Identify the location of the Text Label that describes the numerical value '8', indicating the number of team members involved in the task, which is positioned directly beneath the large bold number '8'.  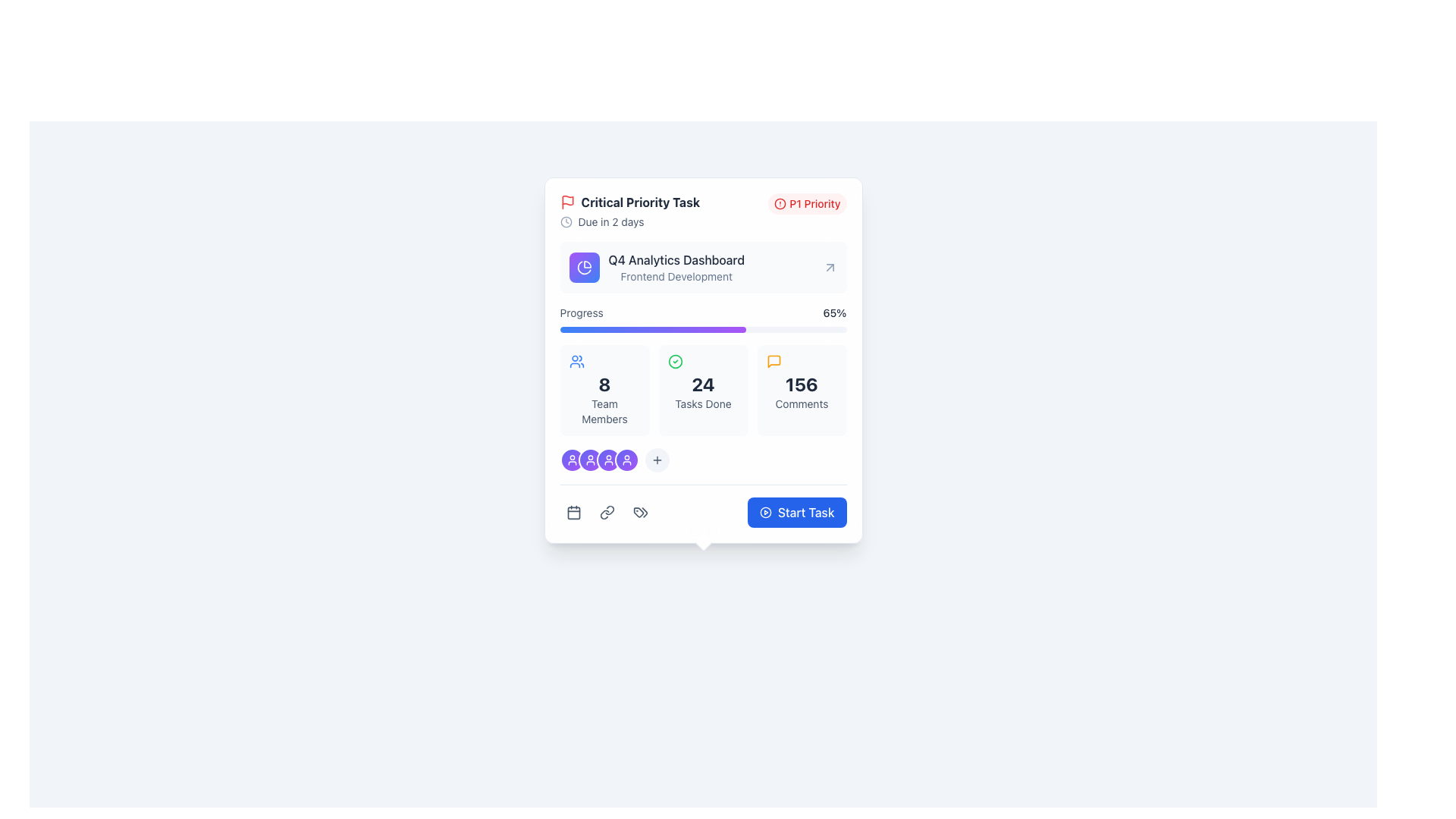
(604, 412).